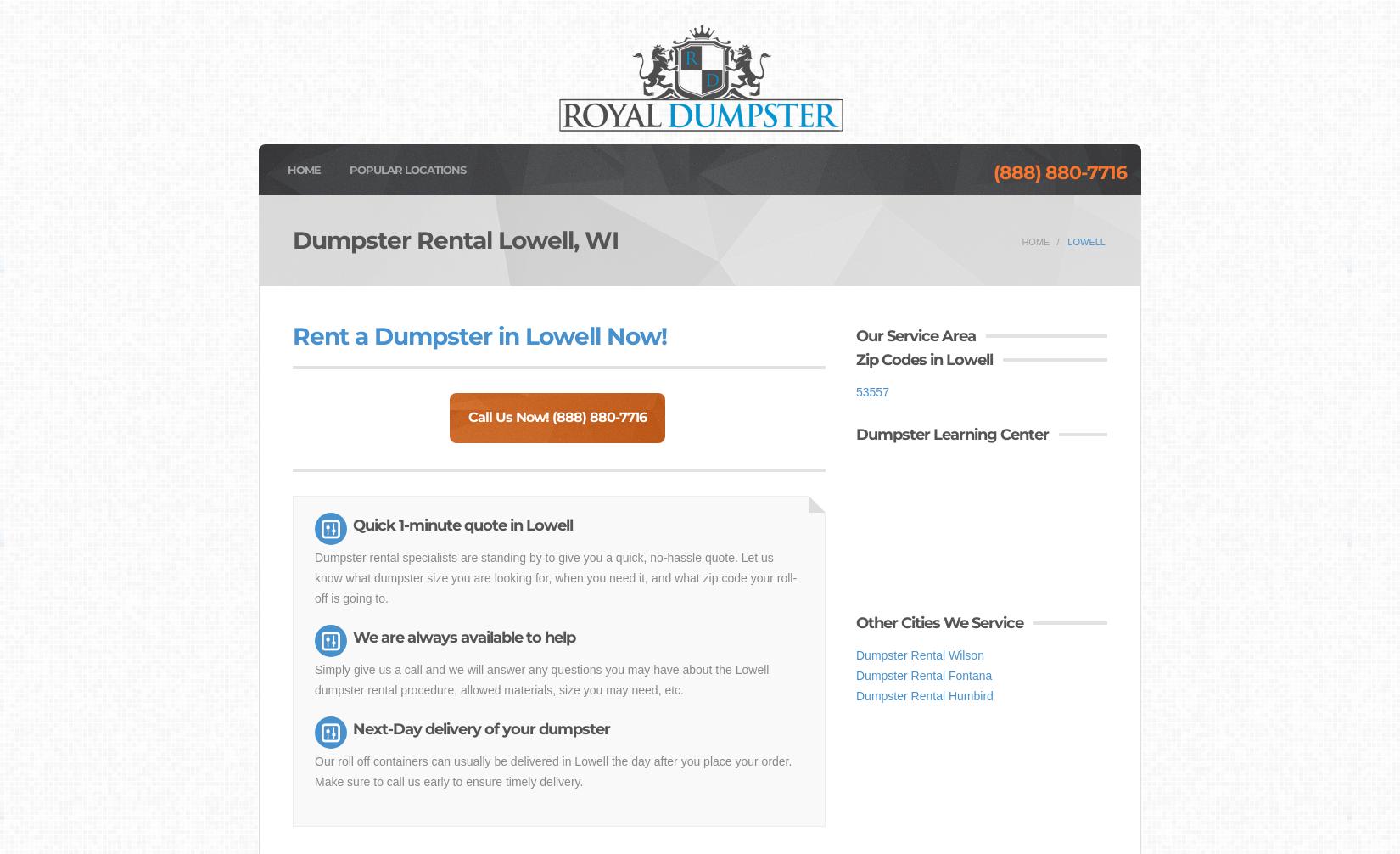  Describe the element at coordinates (540, 678) in the screenshot. I see `'Simply give us a call and we will answer any questions you may have about the Lowell dumpster rental procedure, allowed materials, size you may need, etc.'` at that location.